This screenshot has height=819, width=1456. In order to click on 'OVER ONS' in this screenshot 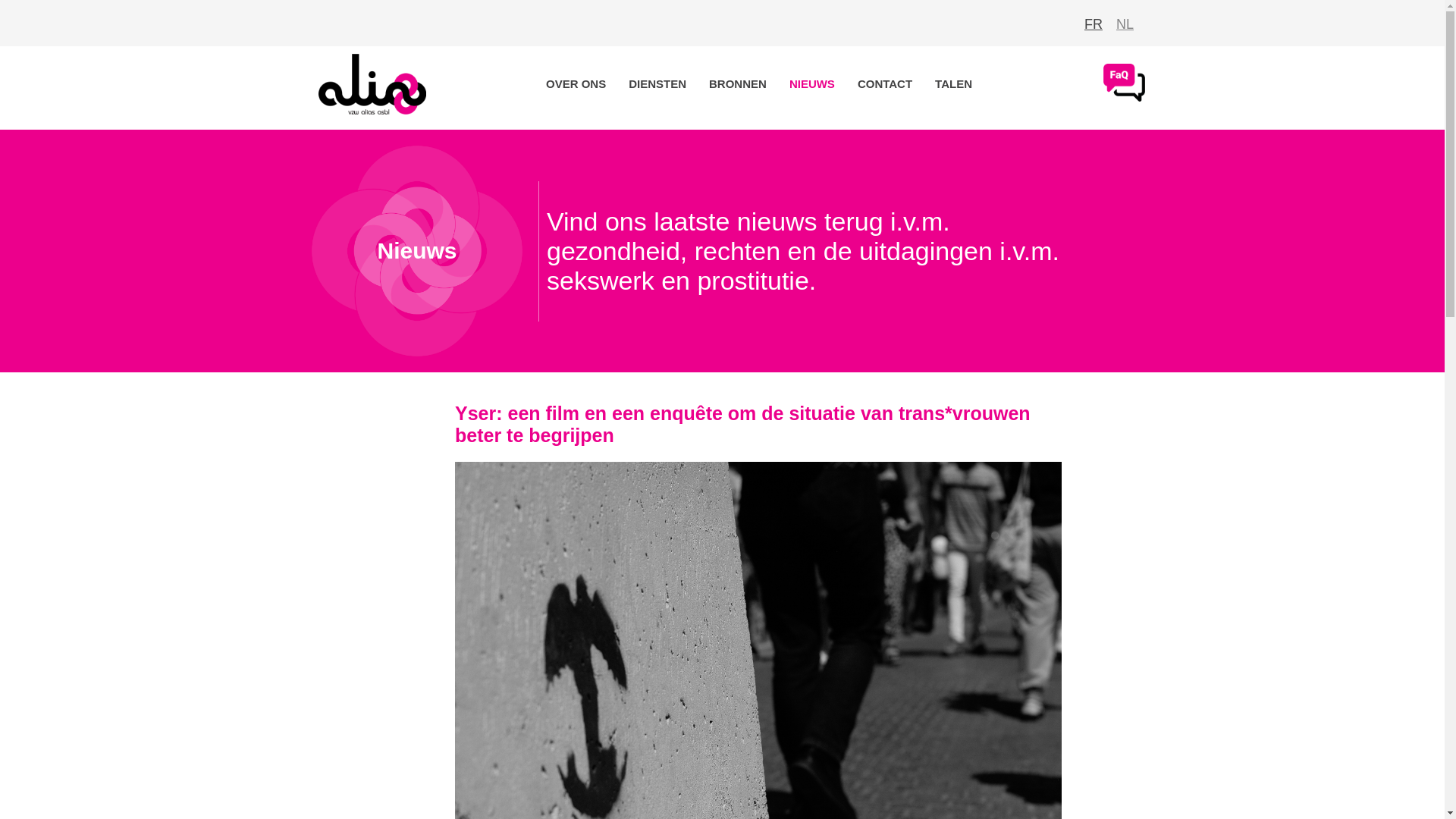, I will do `click(575, 83)`.